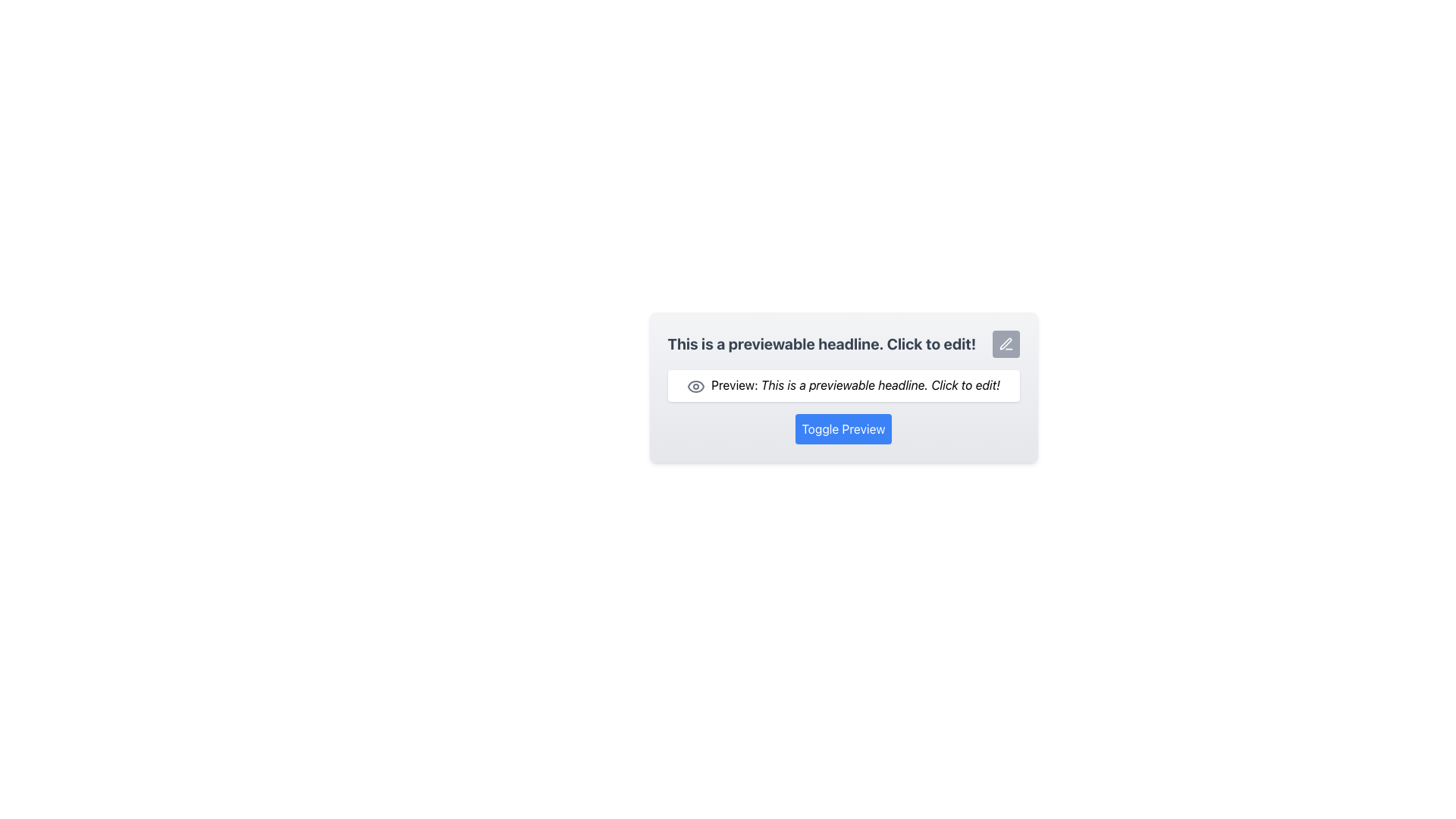  Describe the element at coordinates (1006, 344) in the screenshot. I see `the gray rounded button with a white pencil icon located at the top-right corner of the headline text 'This is a previewable headline. Click` at that location.